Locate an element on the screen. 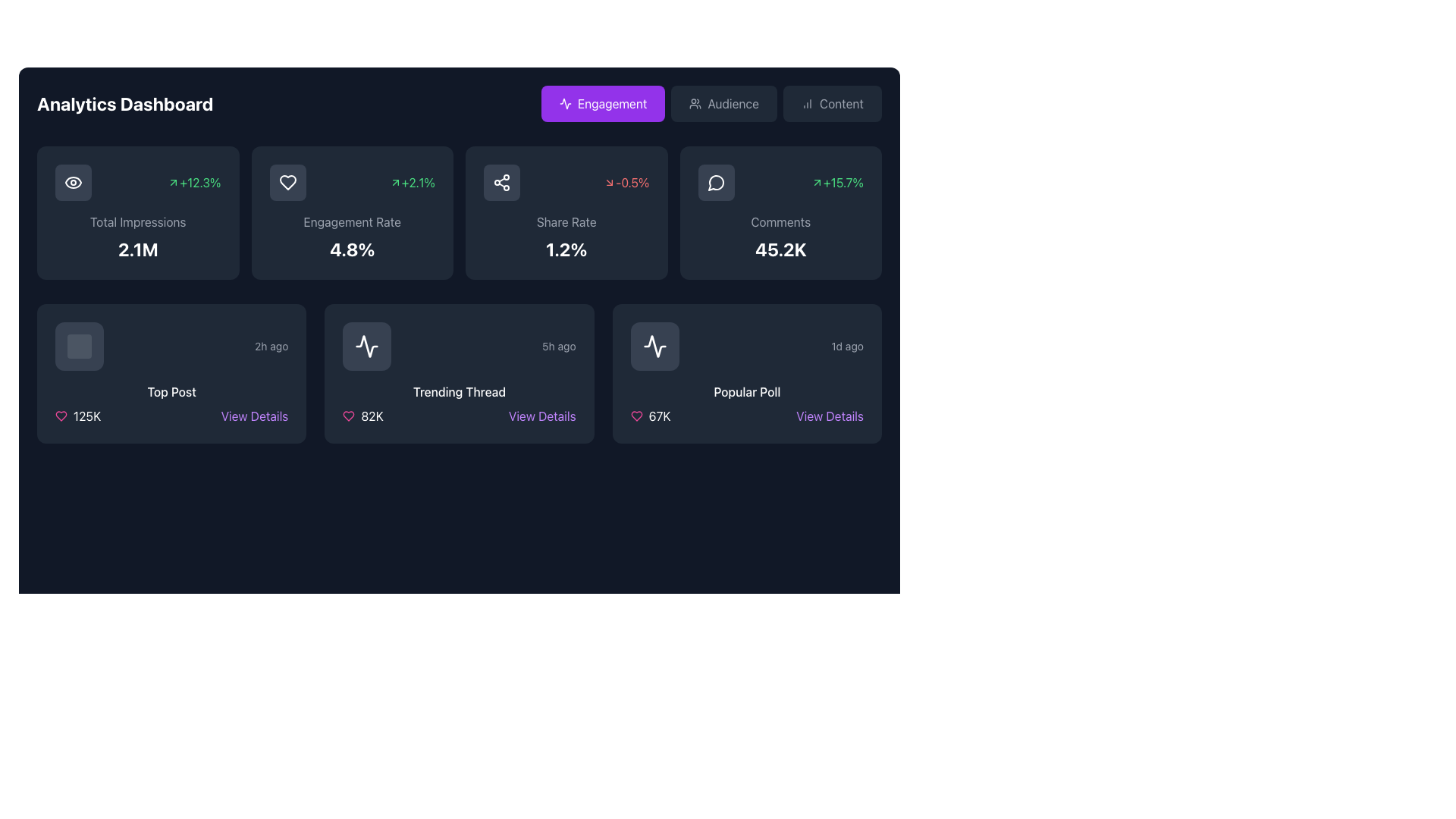 This screenshot has height=819, width=1456. the eye-shaped icon representing visibility, located in the top-left widget of the main dashboard, next to the 'Total Impressions' label is located at coordinates (72, 181).